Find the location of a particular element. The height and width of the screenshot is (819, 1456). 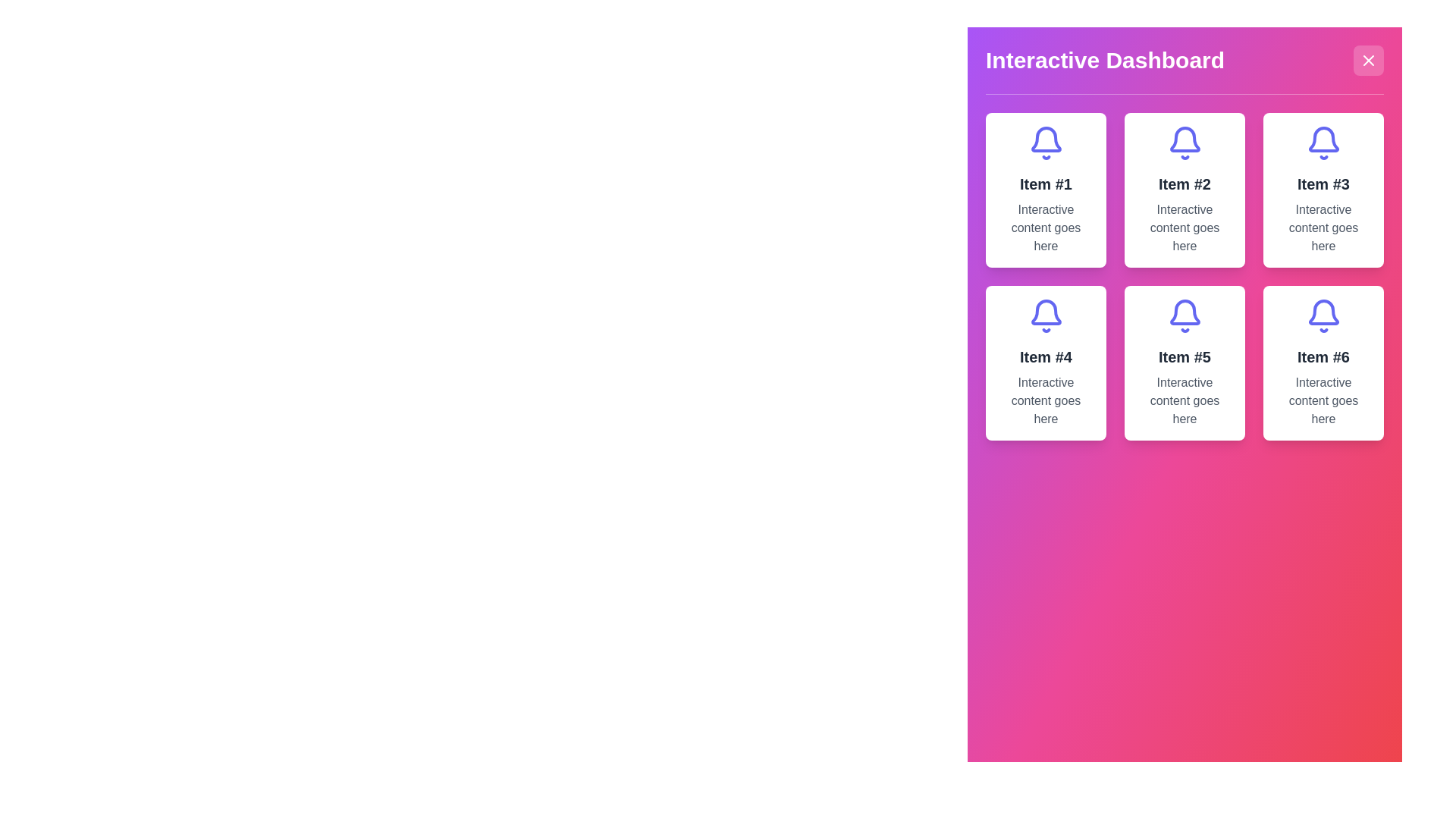

the card with a white background and indigo bell icon labeled 'Item #6' located in the bottom-right corner of the grid layout is located at coordinates (1323, 362).